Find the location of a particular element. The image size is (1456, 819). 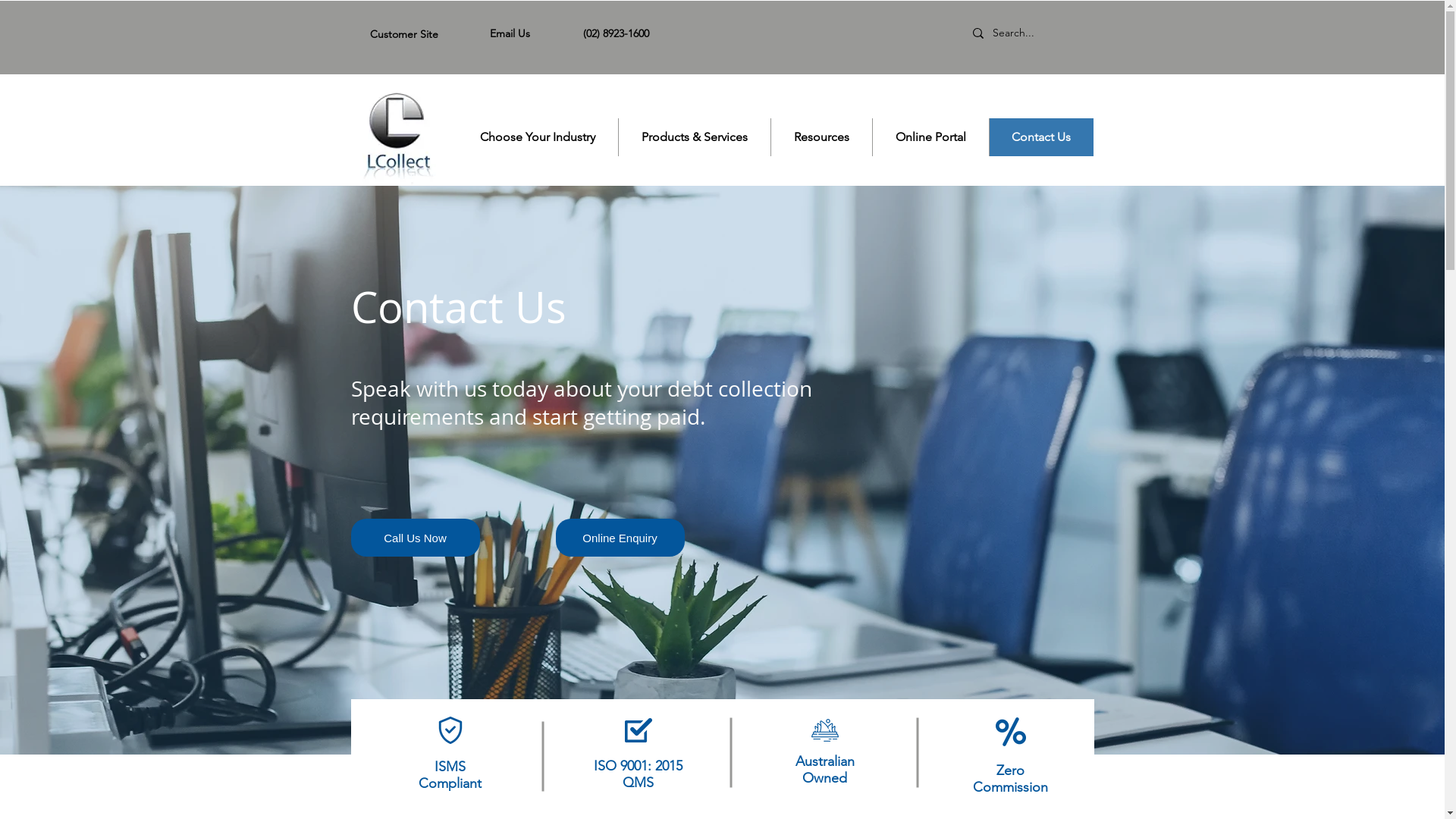

'Email Us' is located at coordinates (510, 33).